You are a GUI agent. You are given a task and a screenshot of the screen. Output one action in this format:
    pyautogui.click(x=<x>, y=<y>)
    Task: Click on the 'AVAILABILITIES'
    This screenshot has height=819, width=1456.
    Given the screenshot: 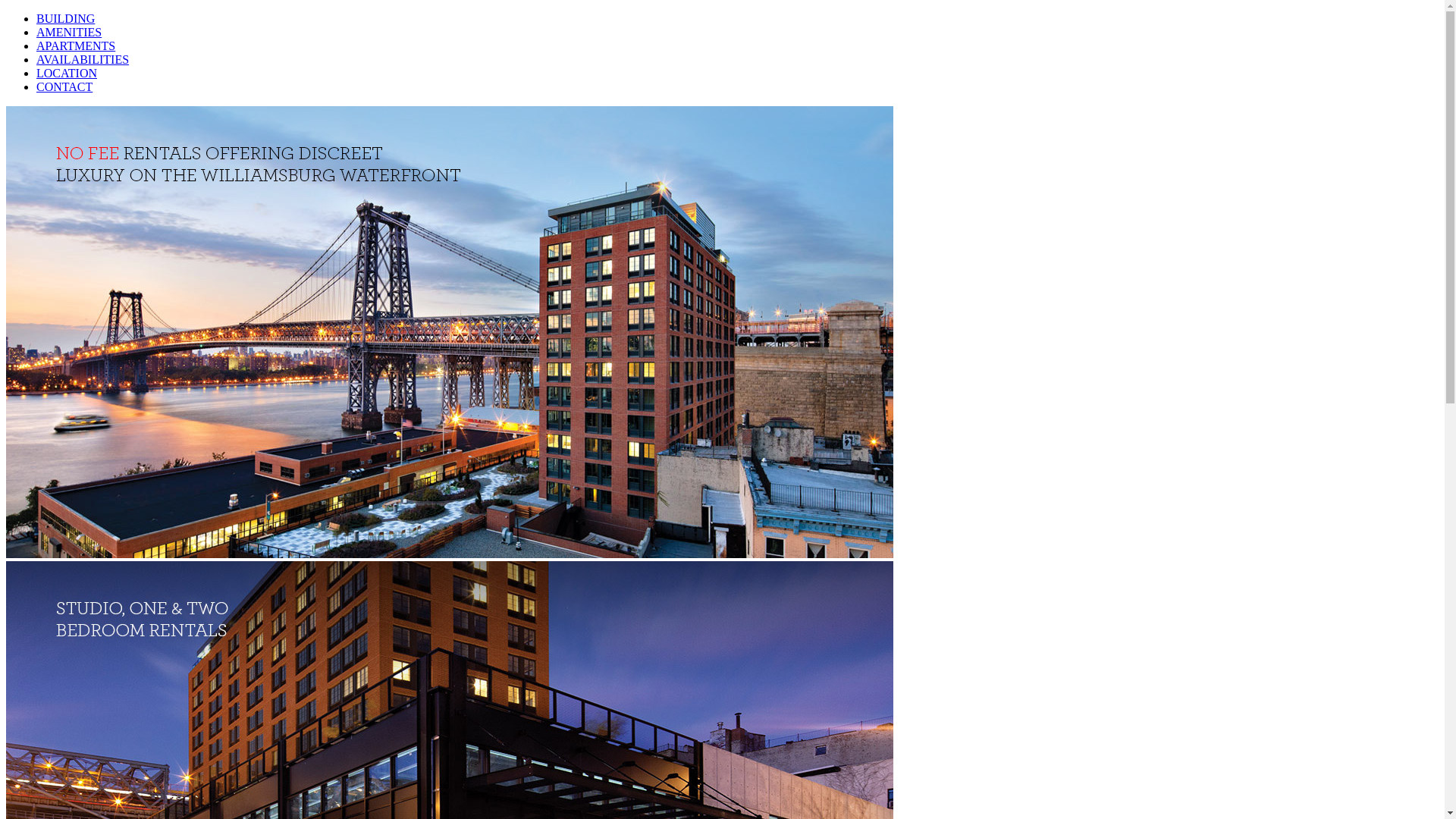 What is the action you would take?
    pyautogui.click(x=82, y=58)
    